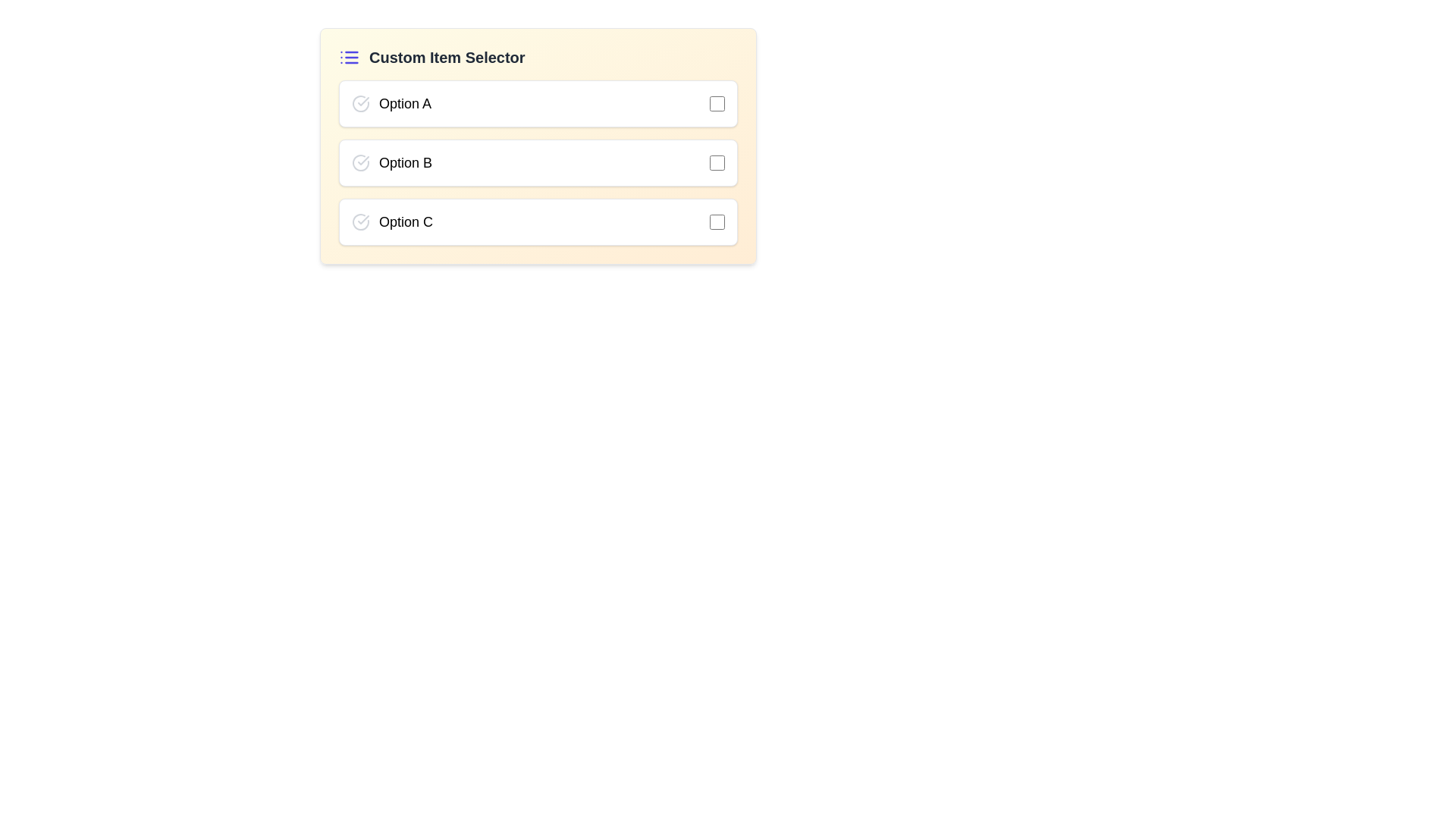 The width and height of the screenshot is (1456, 819). What do you see at coordinates (716, 222) in the screenshot?
I see `the checkbox for 'Option C' in the 'Custom Item Selector'` at bounding box center [716, 222].